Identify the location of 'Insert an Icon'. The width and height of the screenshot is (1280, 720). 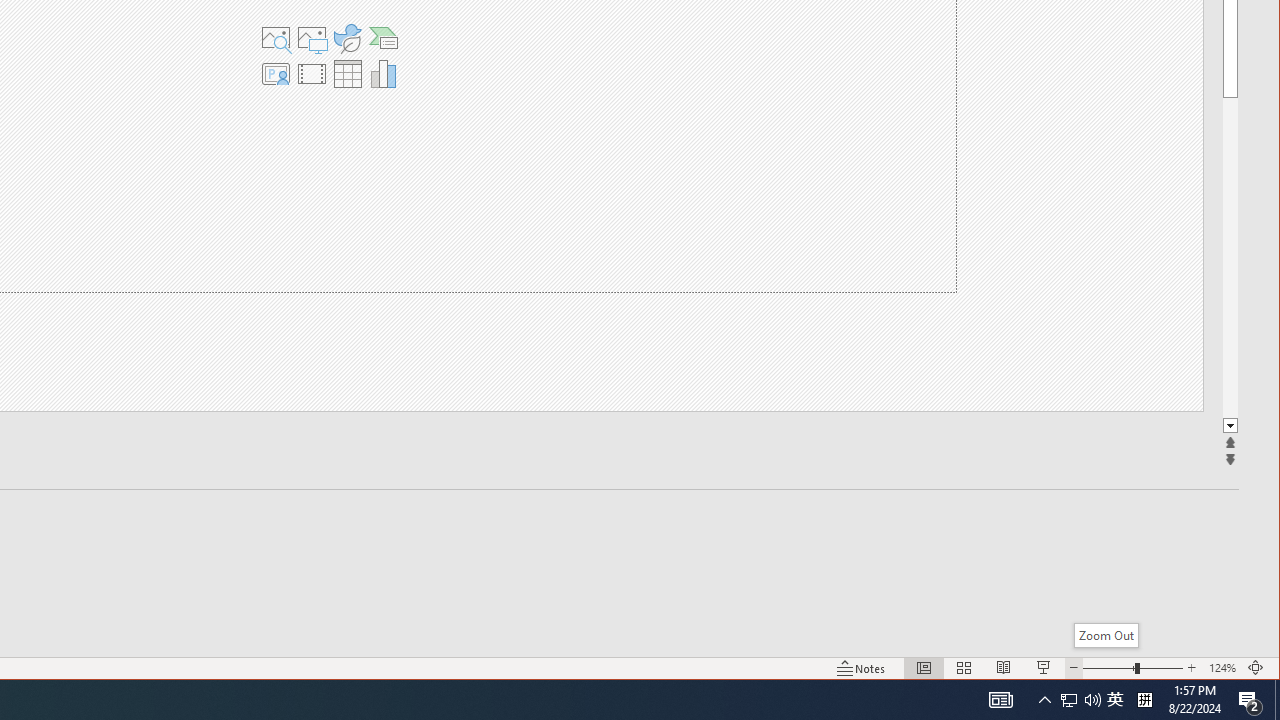
(347, 38).